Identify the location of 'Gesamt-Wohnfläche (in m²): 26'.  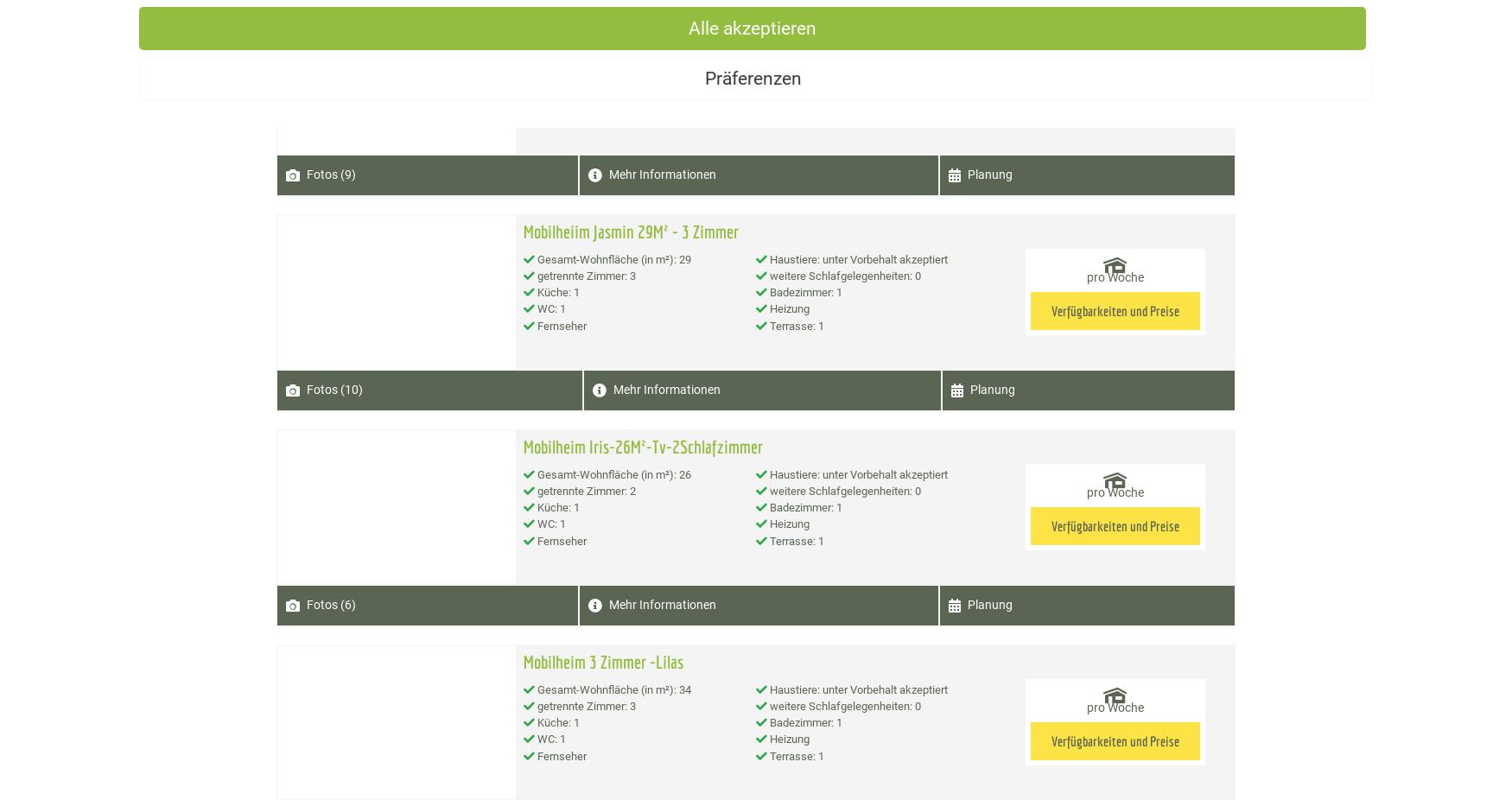
(612, 473).